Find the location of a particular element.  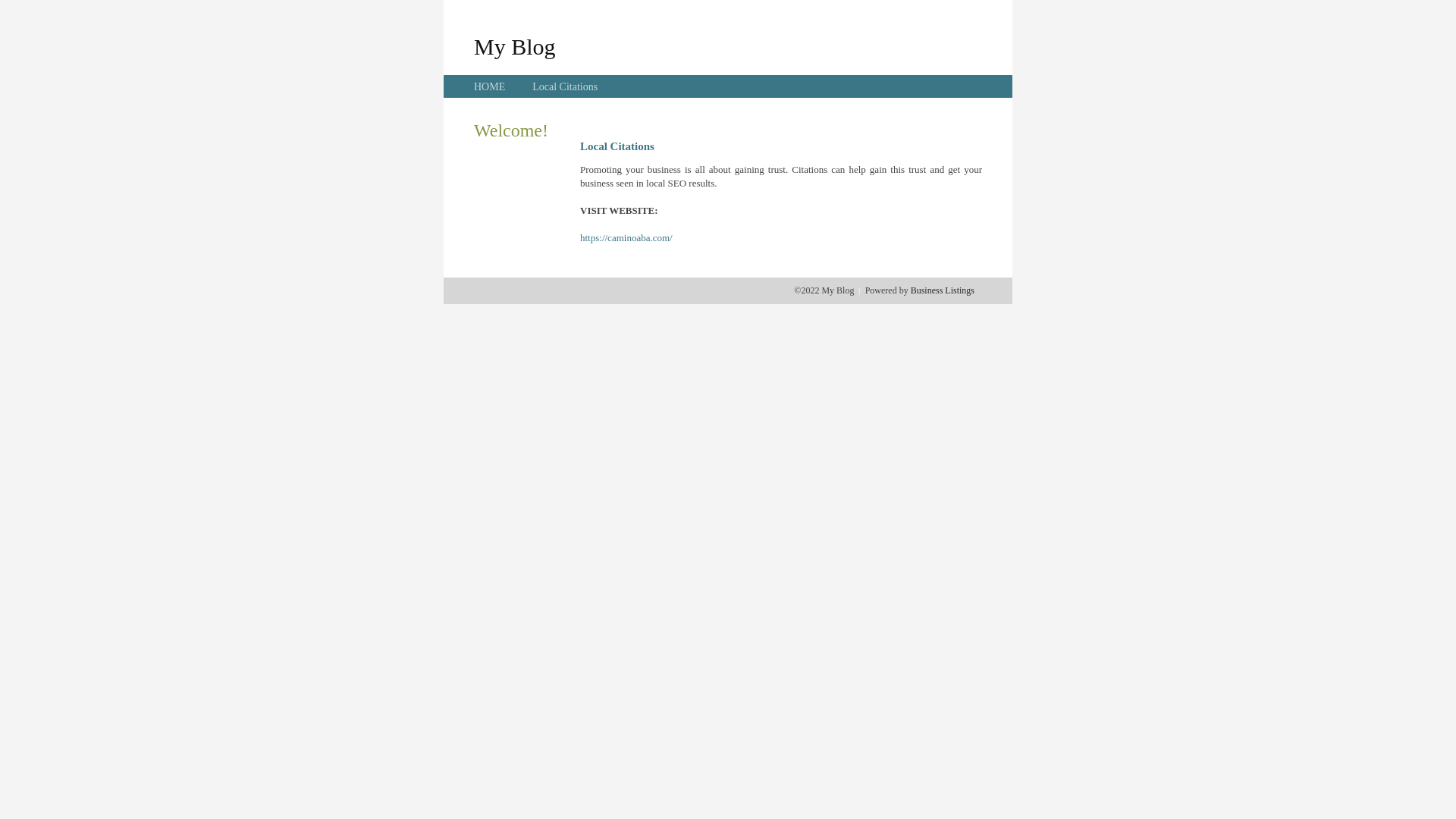

'Business Listings' is located at coordinates (910, 290).